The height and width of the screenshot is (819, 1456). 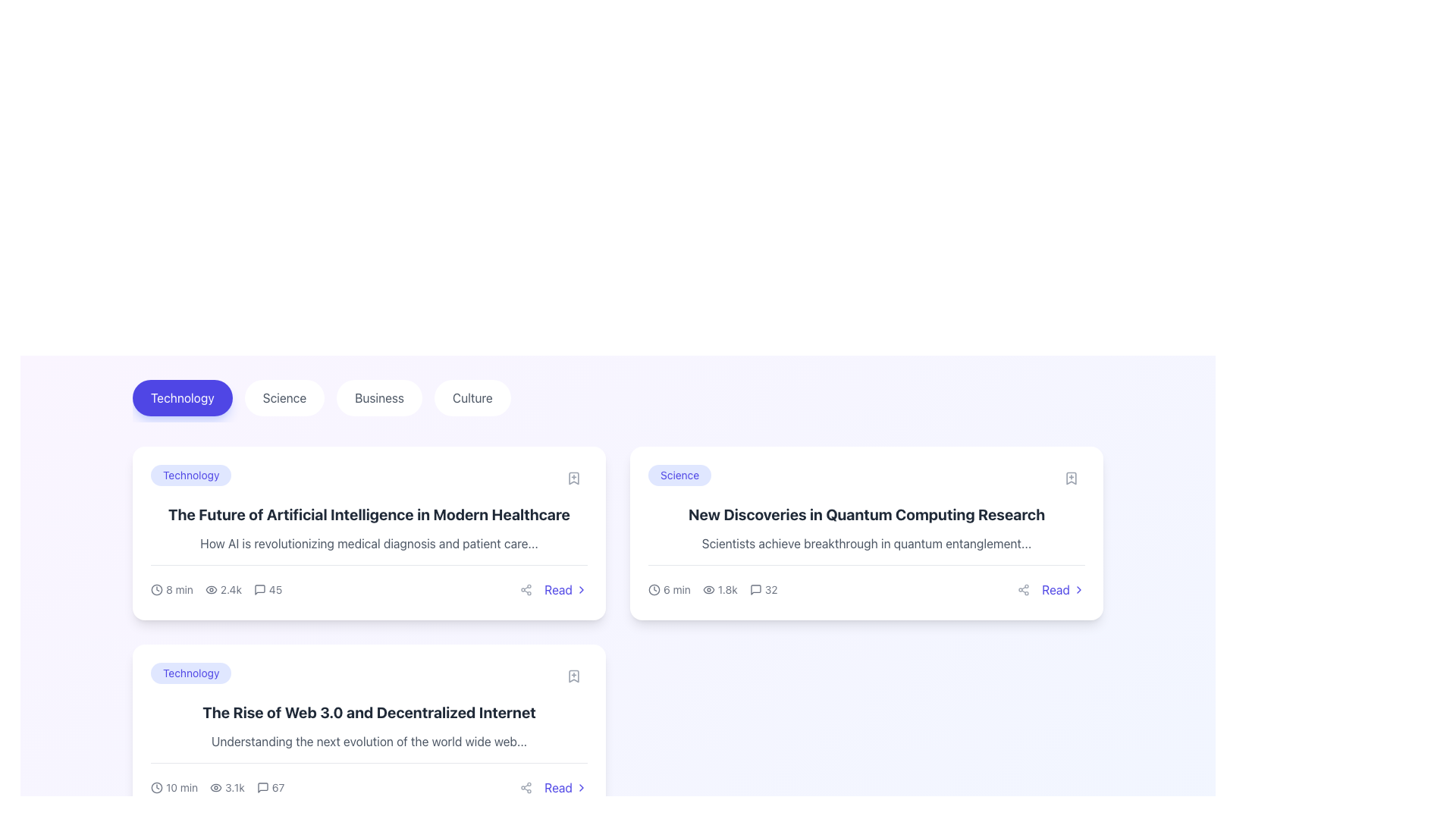 I want to click on the 'Read' hyperlink text with a right chevron icon located at the bottom-right corner of the article card titled 'The Future of Artificial Intelligence in Modern Healthcare' for a visual response, so click(x=565, y=589).